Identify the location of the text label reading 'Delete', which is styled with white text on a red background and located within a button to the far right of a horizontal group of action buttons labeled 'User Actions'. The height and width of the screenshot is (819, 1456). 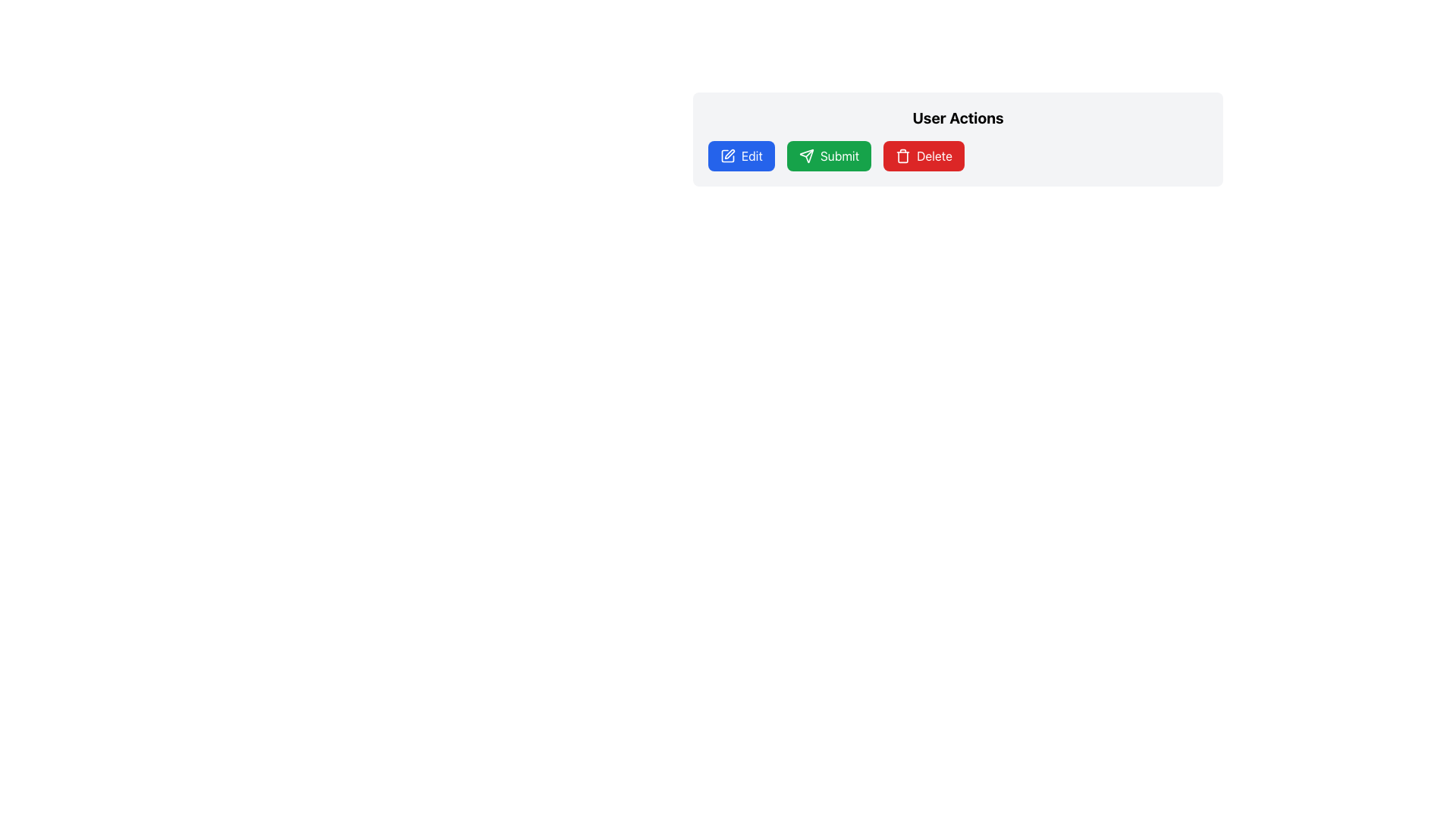
(934, 155).